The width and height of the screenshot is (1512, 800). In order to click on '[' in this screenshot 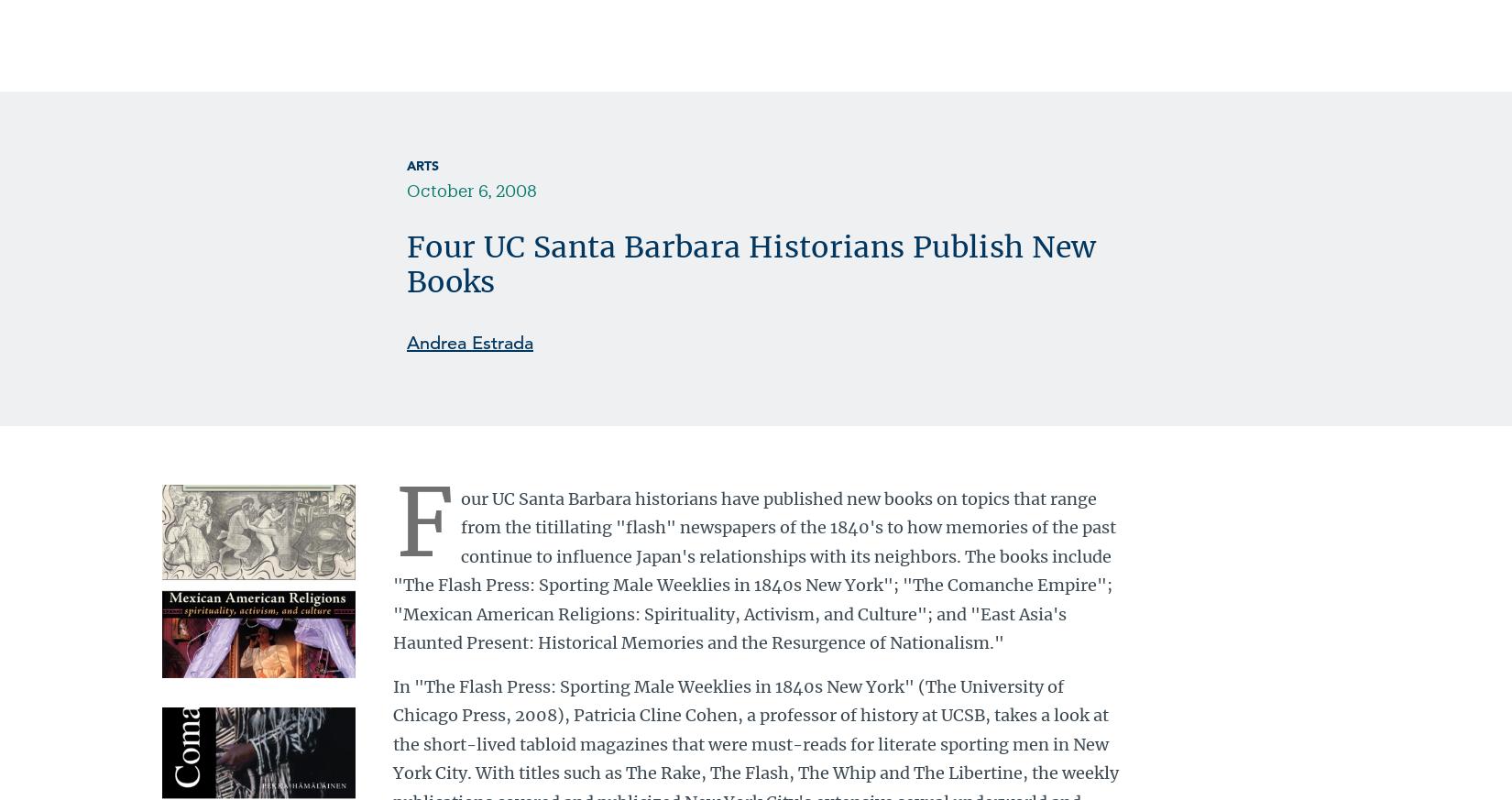, I will do `click(395, 304)`.